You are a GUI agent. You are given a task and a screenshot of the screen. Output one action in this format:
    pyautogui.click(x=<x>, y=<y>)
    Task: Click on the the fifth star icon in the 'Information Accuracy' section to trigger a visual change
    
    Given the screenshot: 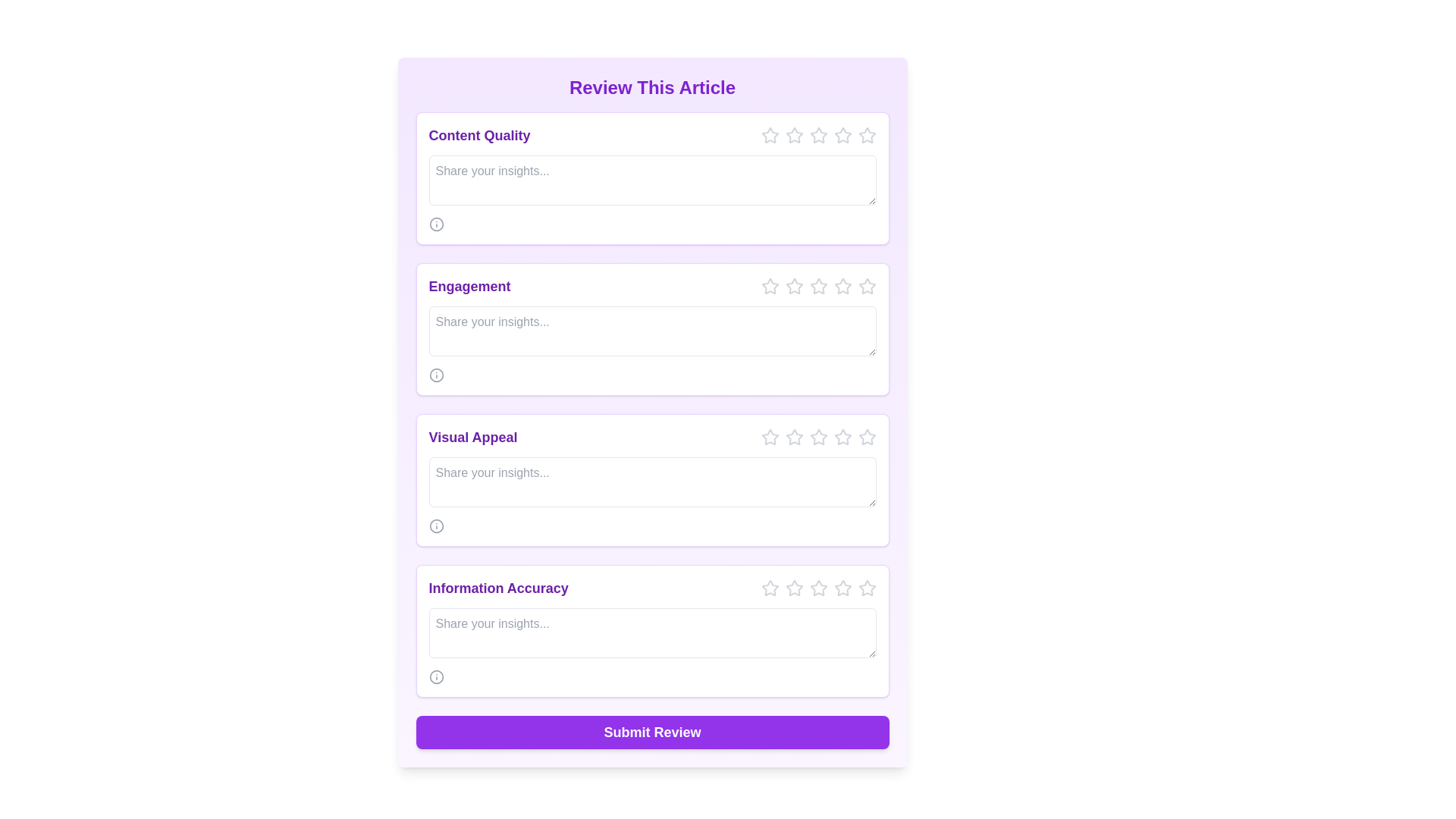 What is the action you would take?
    pyautogui.click(x=817, y=587)
    